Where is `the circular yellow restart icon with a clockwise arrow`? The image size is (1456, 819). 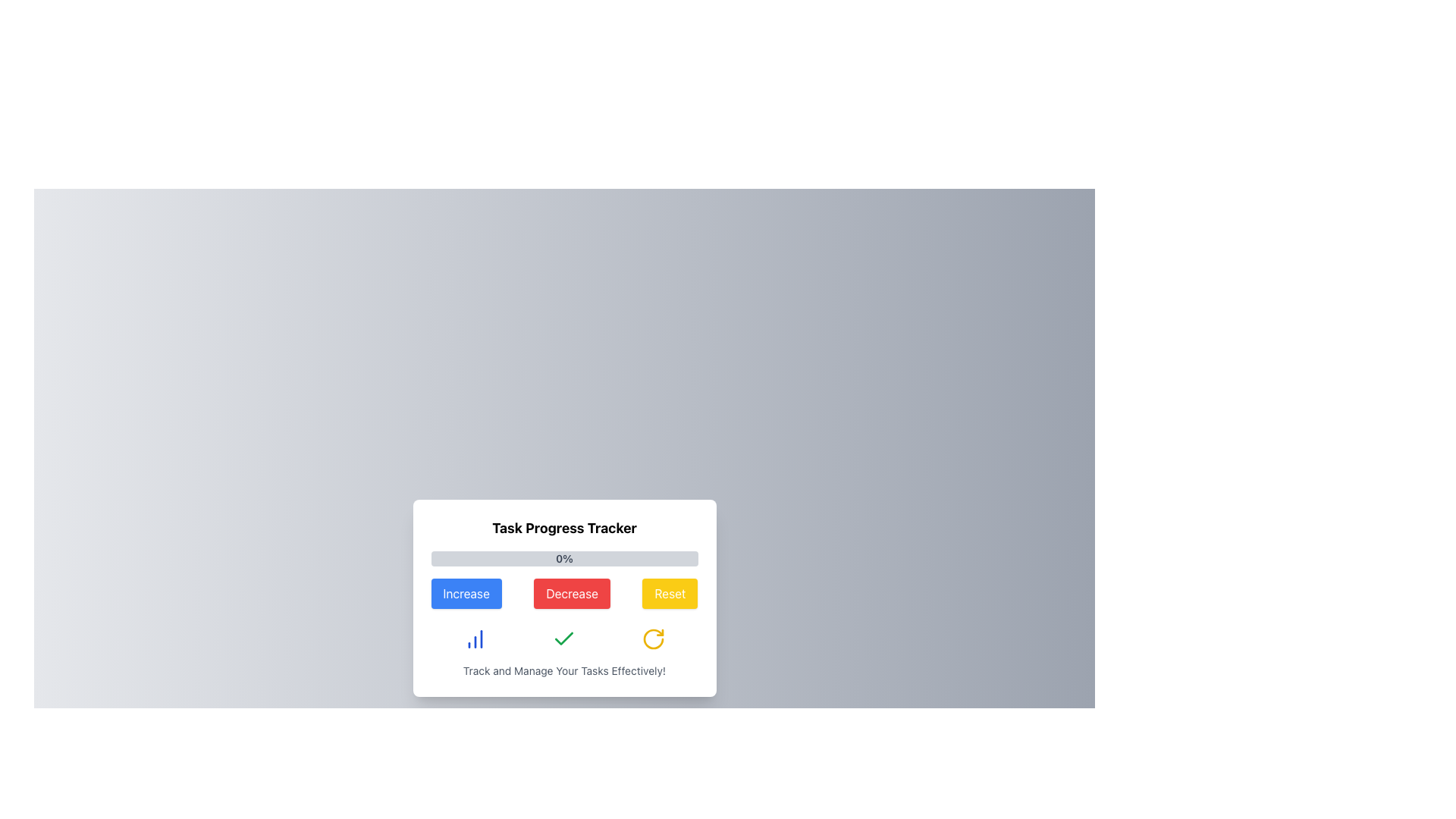
the circular yellow restart icon with a clockwise arrow is located at coordinates (653, 639).